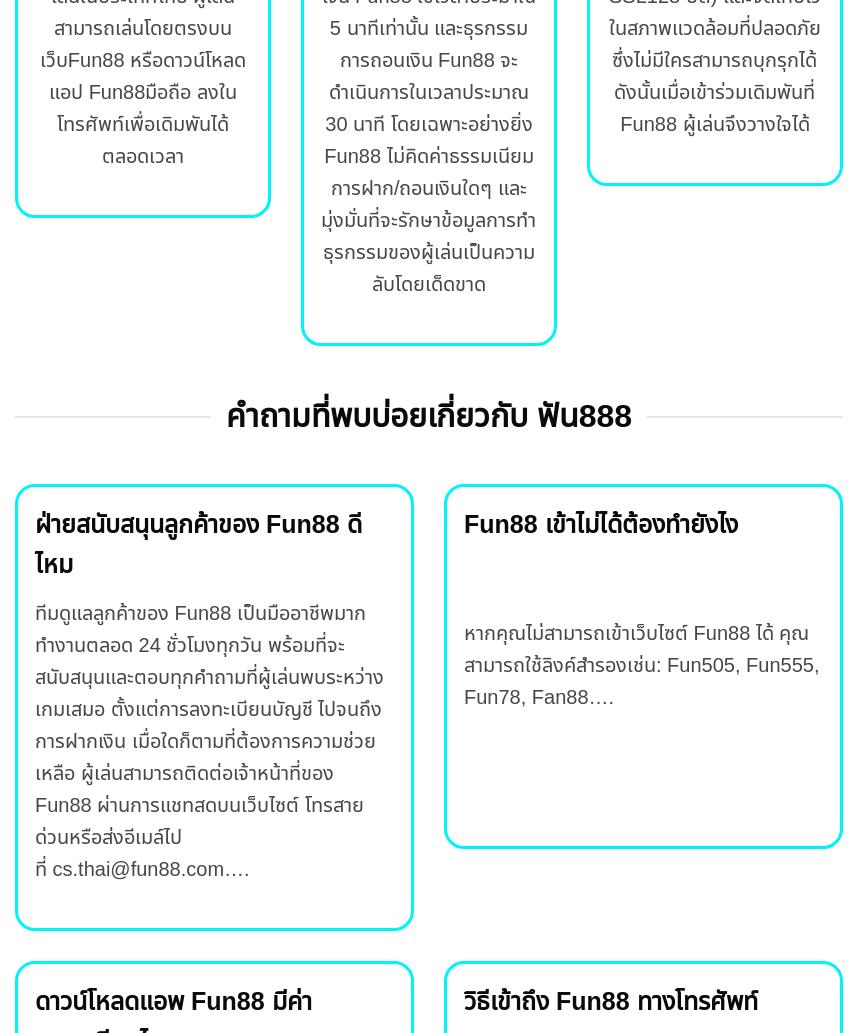 This screenshot has width=858, height=1033. Describe the element at coordinates (431, 60) in the screenshot. I see `'ถอนเงิน Fun88'` at that location.